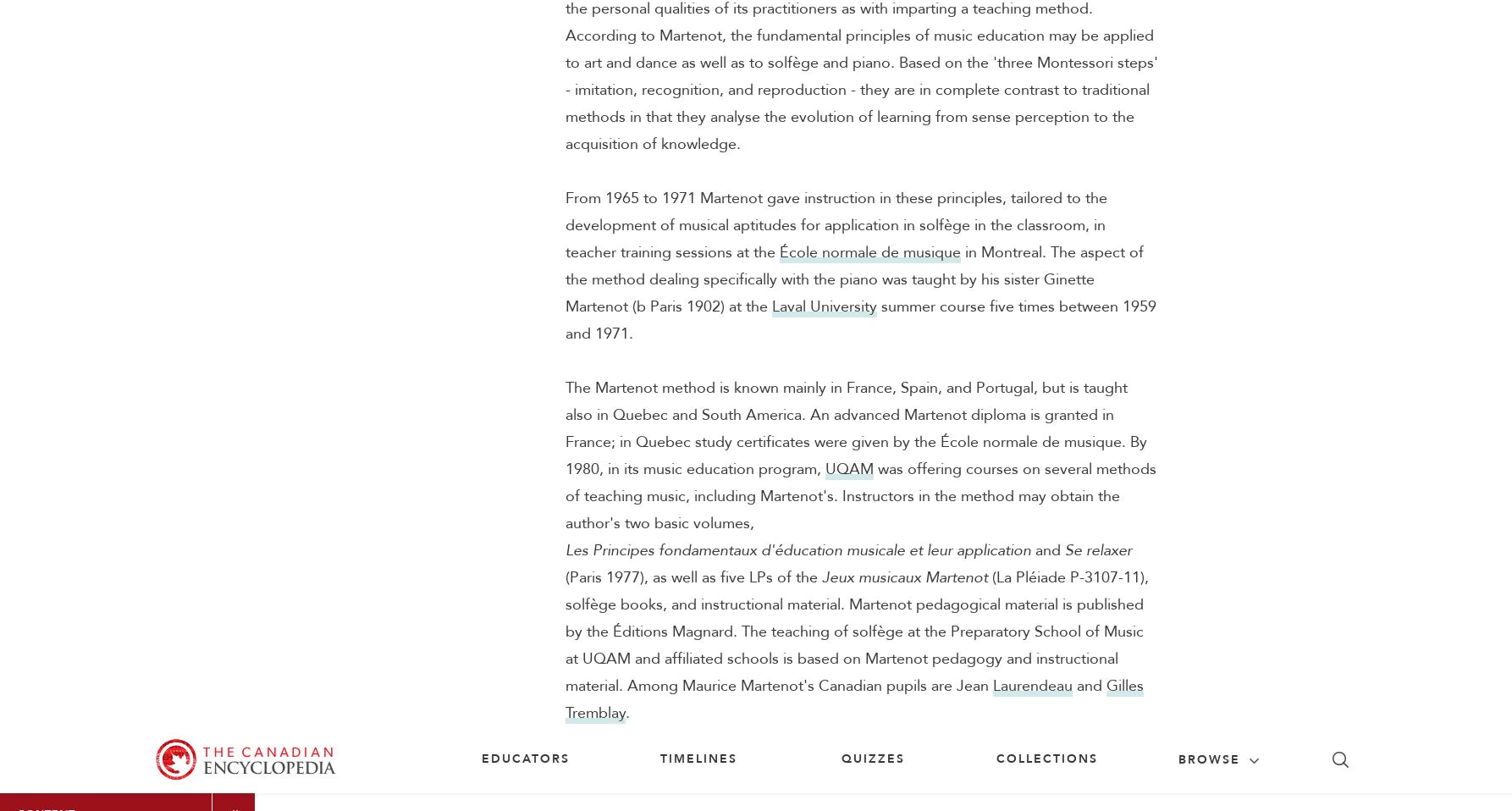  What do you see at coordinates (1165, 531) in the screenshot?
I see `'Take our survey'` at bounding box center [1165, 531].